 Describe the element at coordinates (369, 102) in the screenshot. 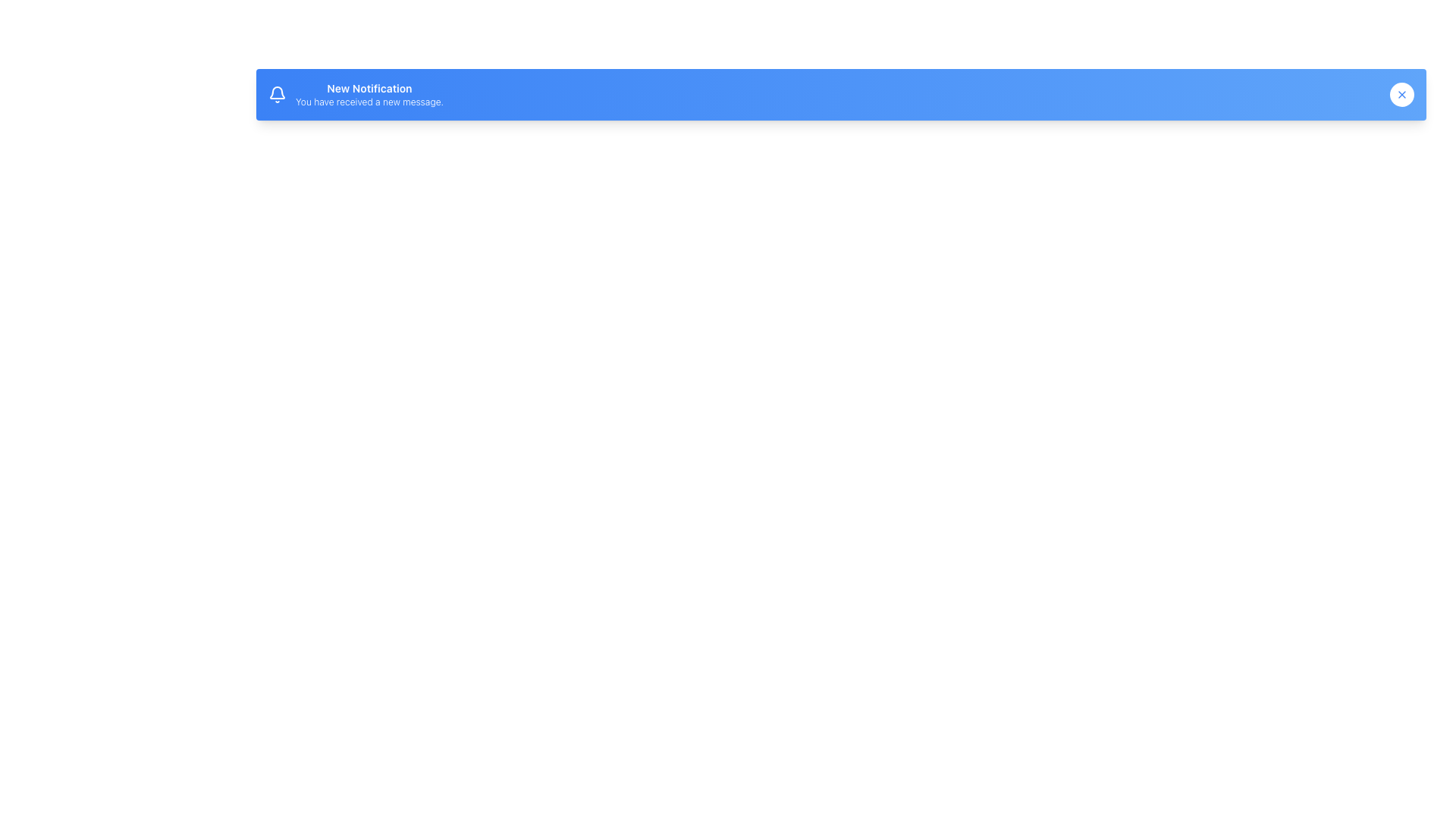

I see `the static text element providing additional details under the 'New Notification' heading in the blue notification bar` at that location.